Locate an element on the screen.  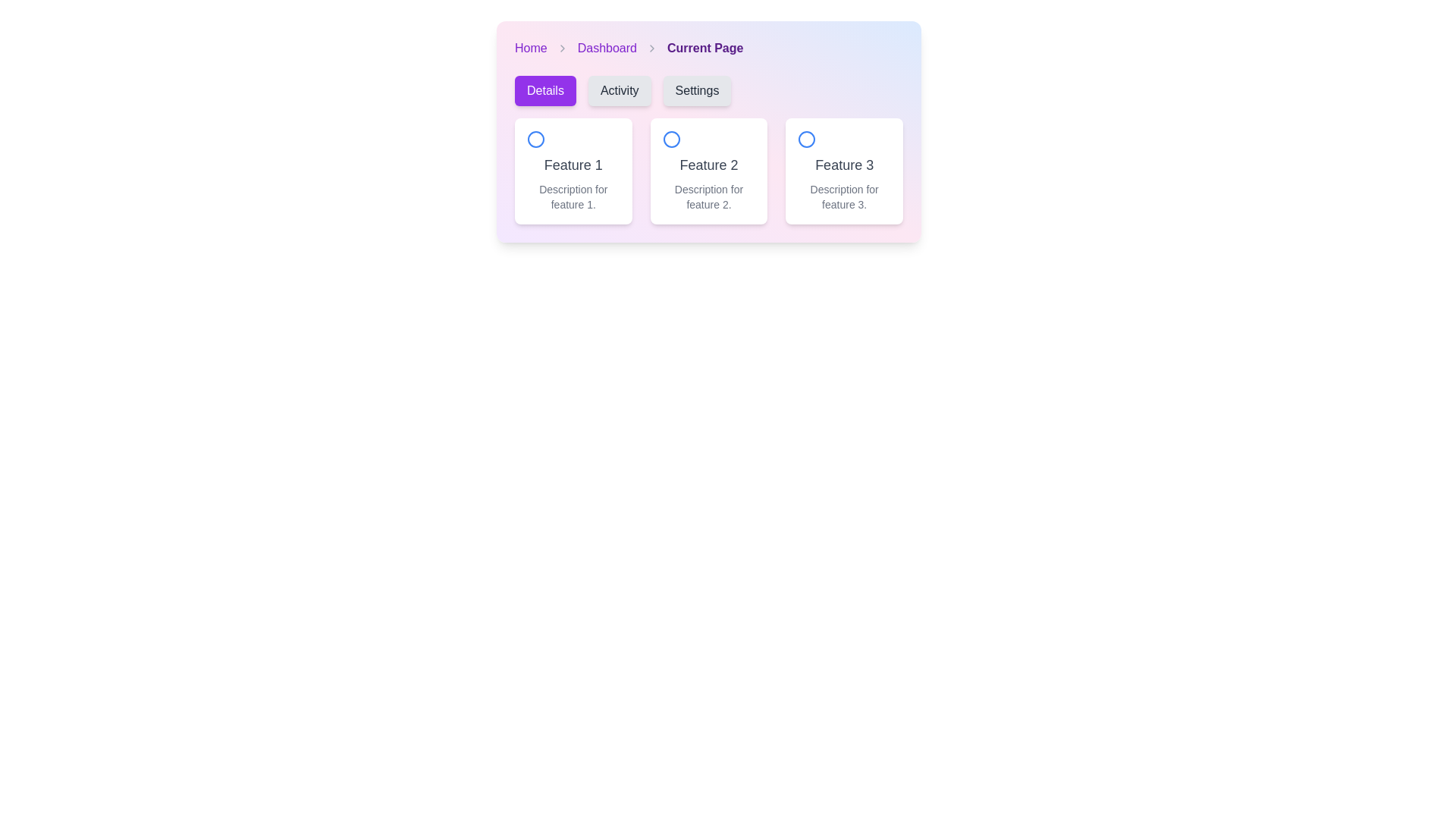
the 'Dashboard' hyperlink in the breadcrumb navigation bar is located at coordinates (607, 48).